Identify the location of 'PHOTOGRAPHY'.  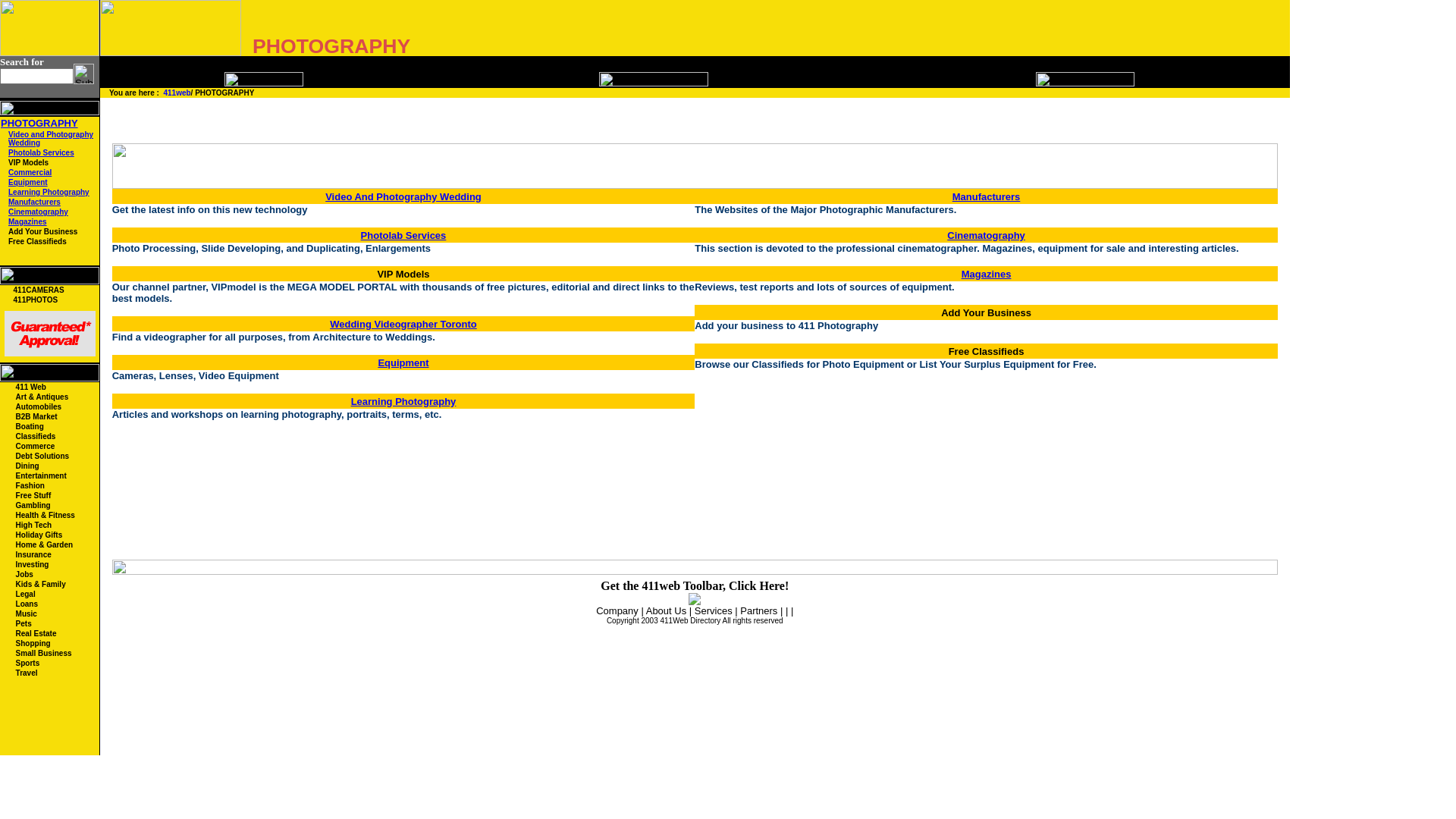
(39, 121).